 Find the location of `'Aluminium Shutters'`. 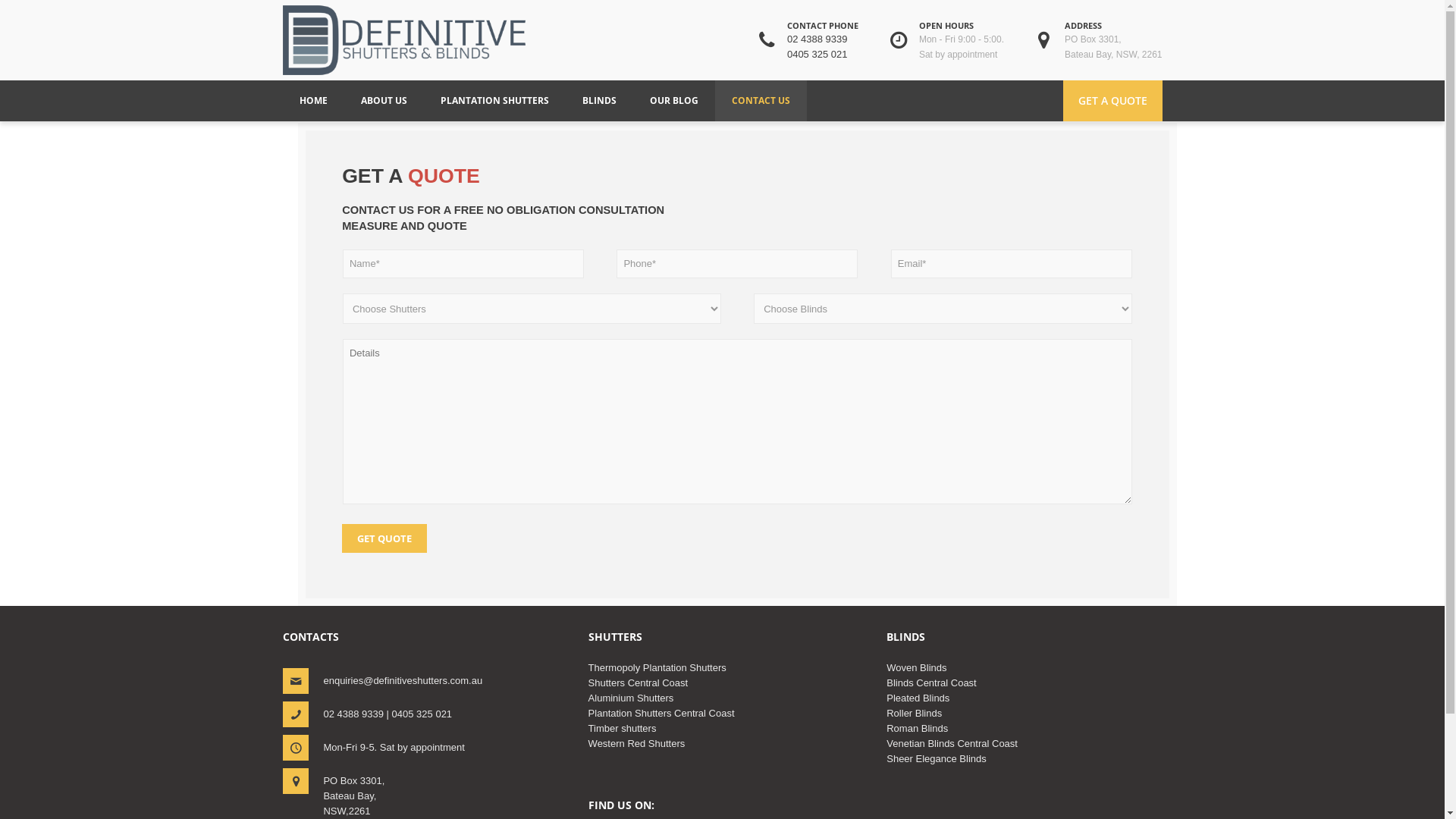

'Aluminium Shutters' is located at coordinates (631, 698).